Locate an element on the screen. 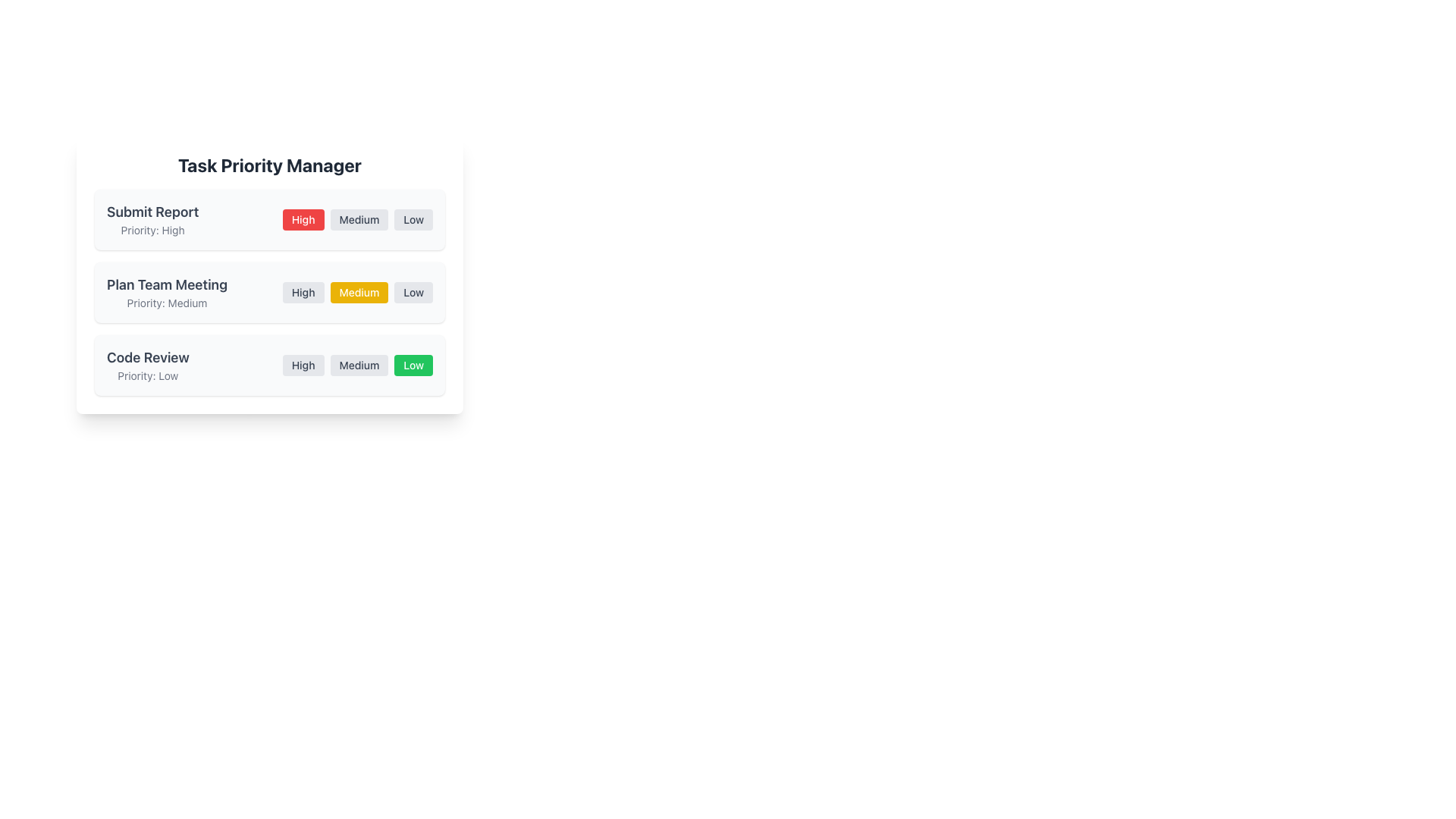  the 'Medium' priority button, which is a rounded rectangular badge with a yellow background and white bold text is located at coordinates (359, 292).